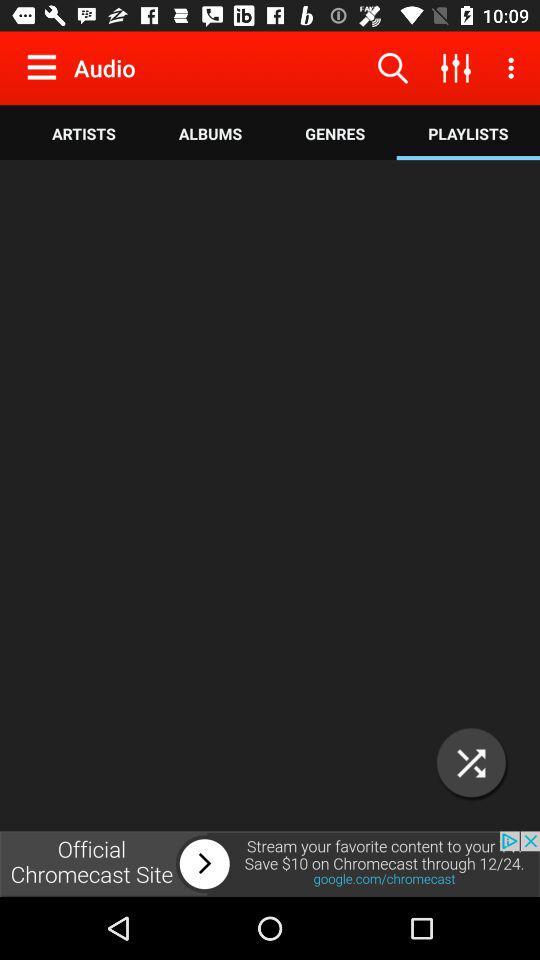 This screenshot has height=960, width=540. Describe the element at coordinates (270, 863) in the screenshot. I see `advertisement link image` at that location.